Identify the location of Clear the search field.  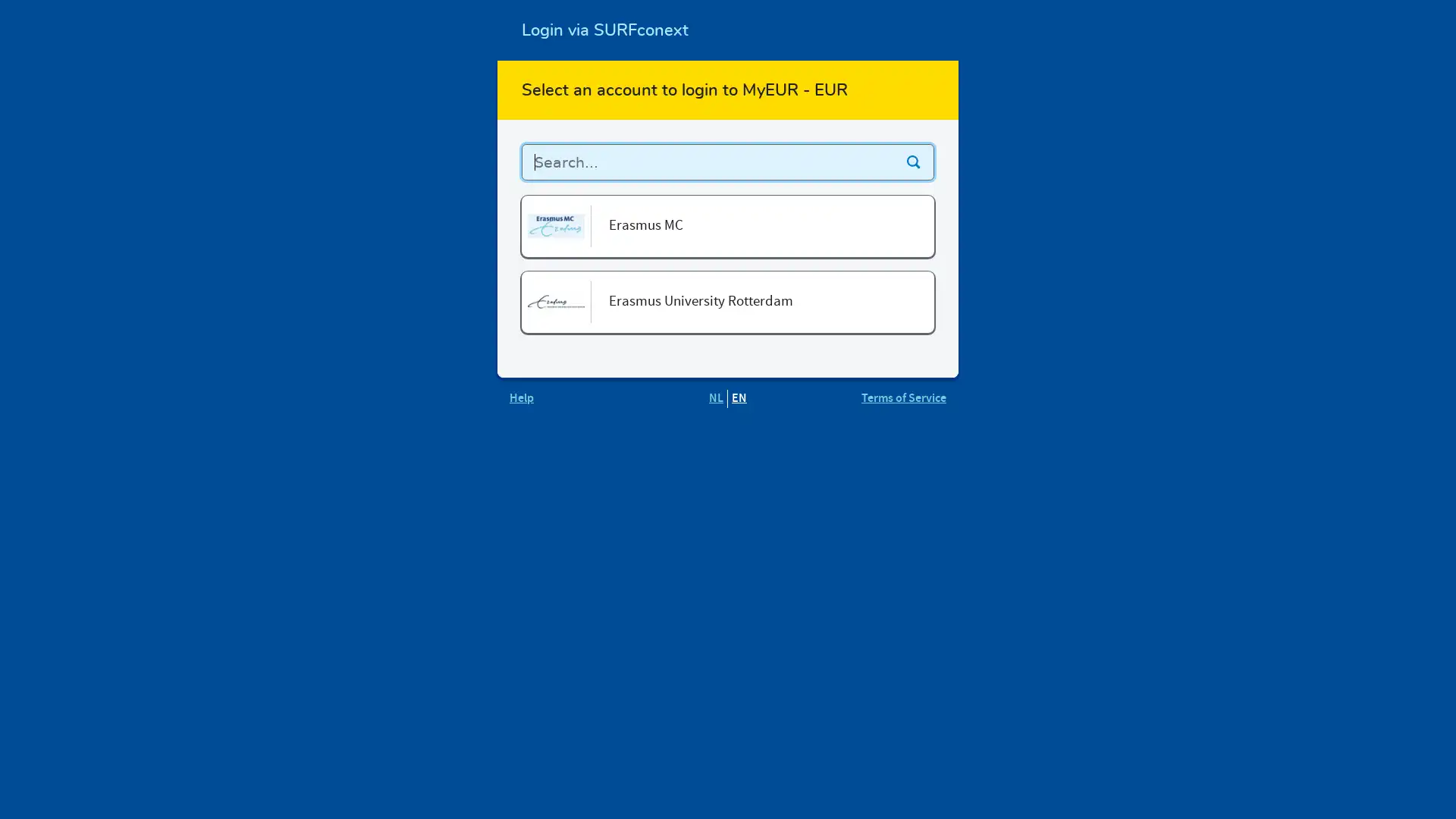
(912, 162).